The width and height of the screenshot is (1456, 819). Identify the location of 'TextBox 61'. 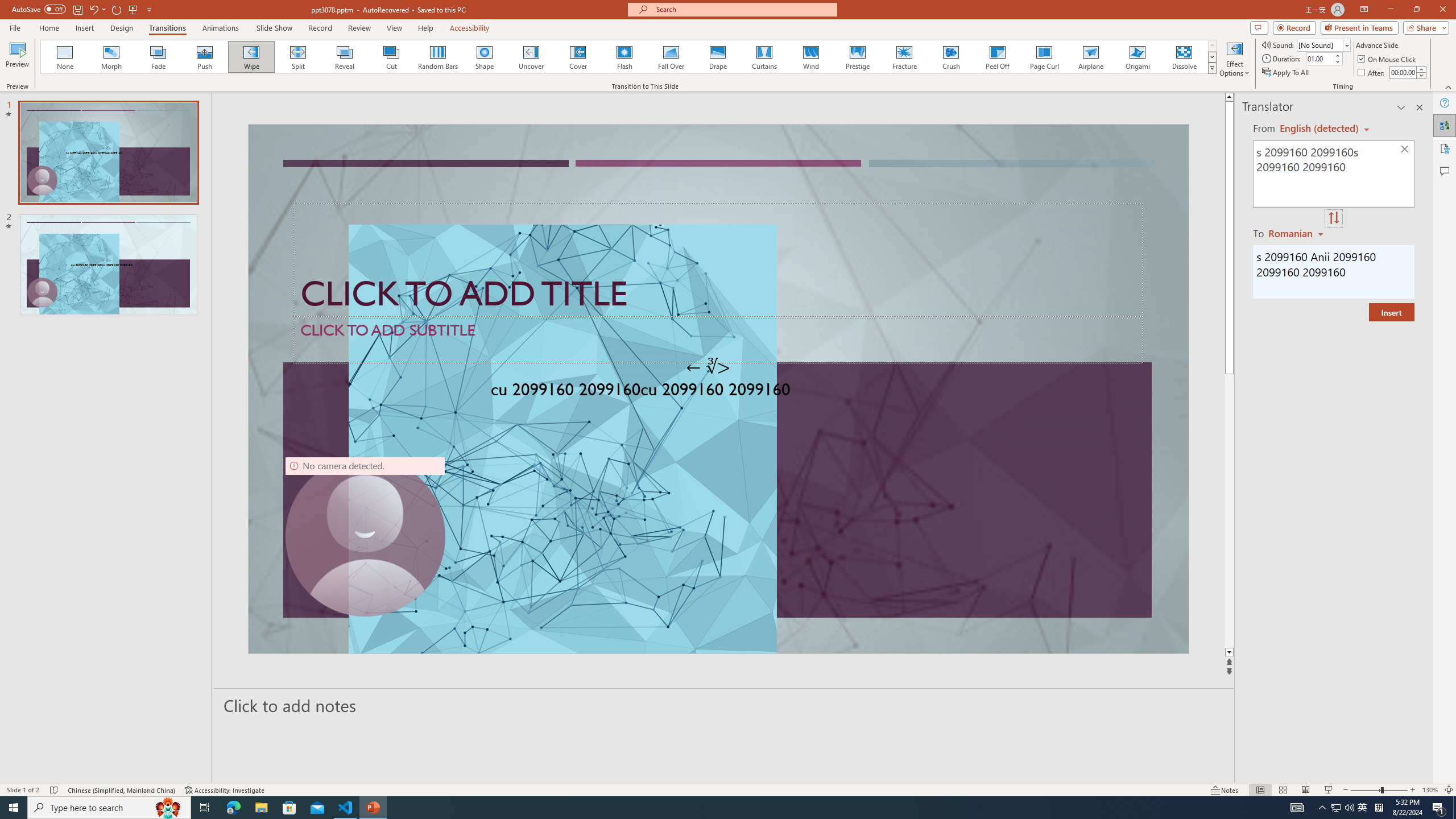
(716, 391).